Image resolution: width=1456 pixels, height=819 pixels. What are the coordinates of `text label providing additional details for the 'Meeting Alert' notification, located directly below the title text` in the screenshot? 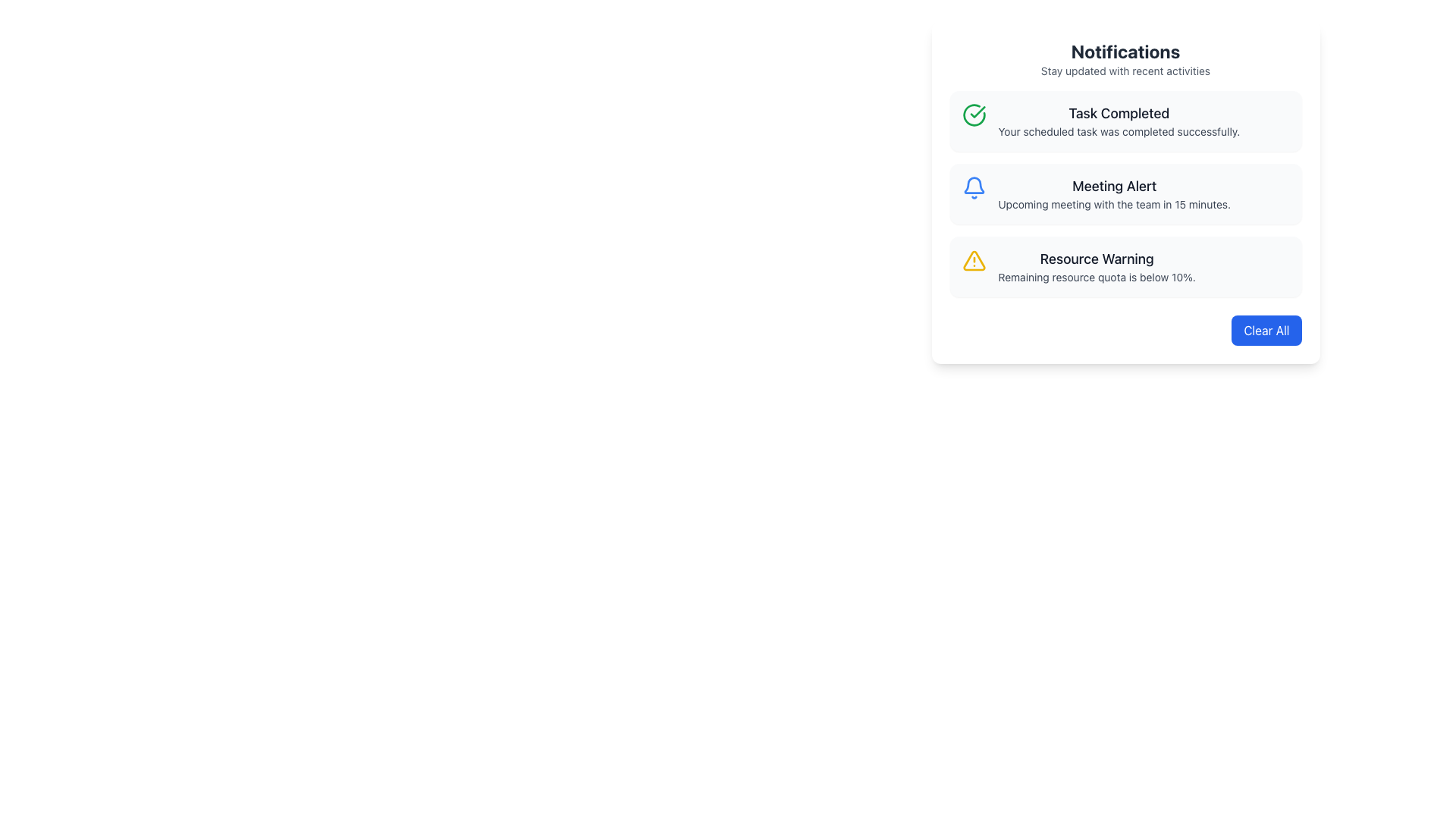 It's located at (1114, 205).